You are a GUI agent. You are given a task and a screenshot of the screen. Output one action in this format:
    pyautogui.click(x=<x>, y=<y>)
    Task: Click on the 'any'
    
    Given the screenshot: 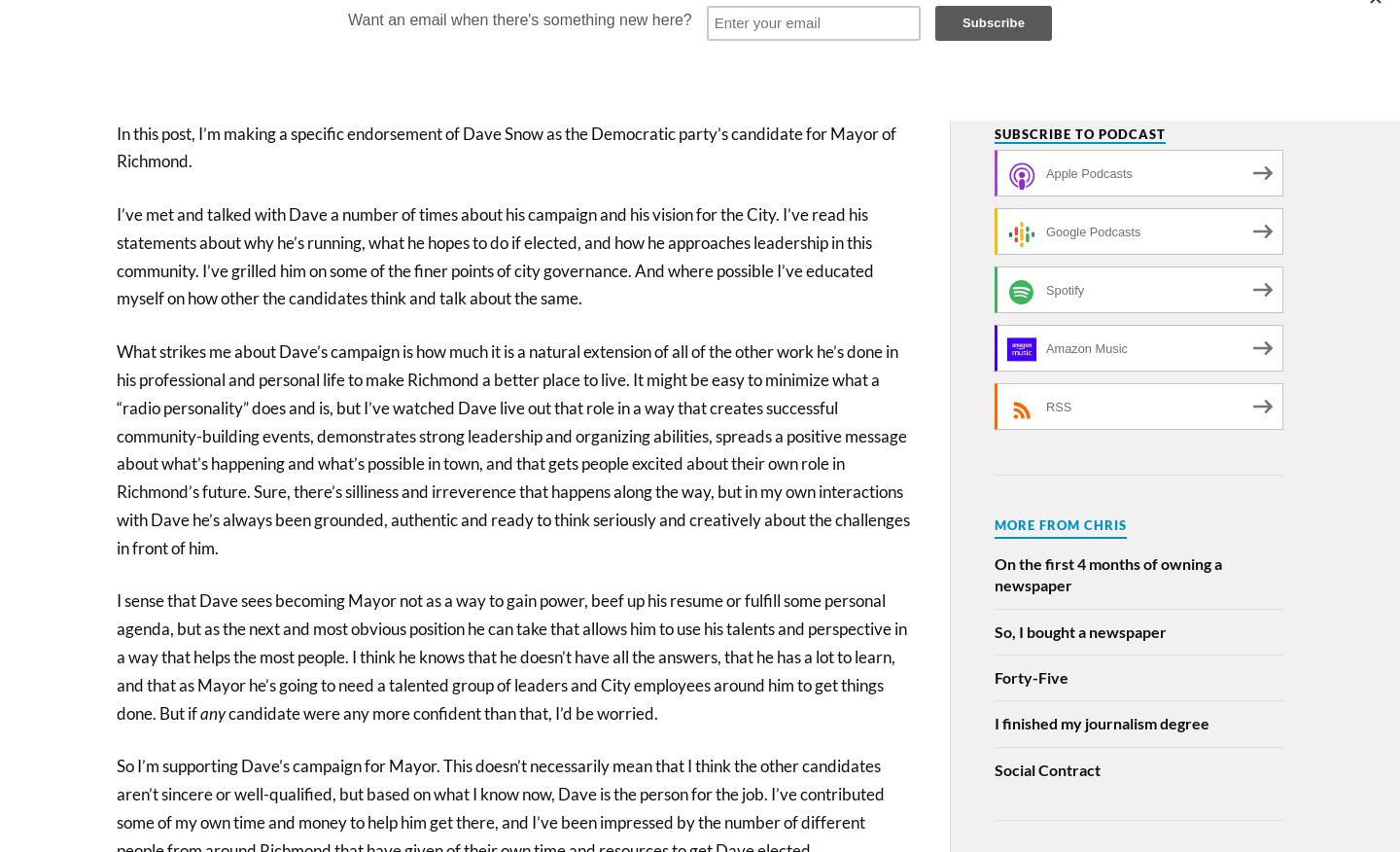 What is the action you would take?
    pyautogui.click(x=213, y=713)
    